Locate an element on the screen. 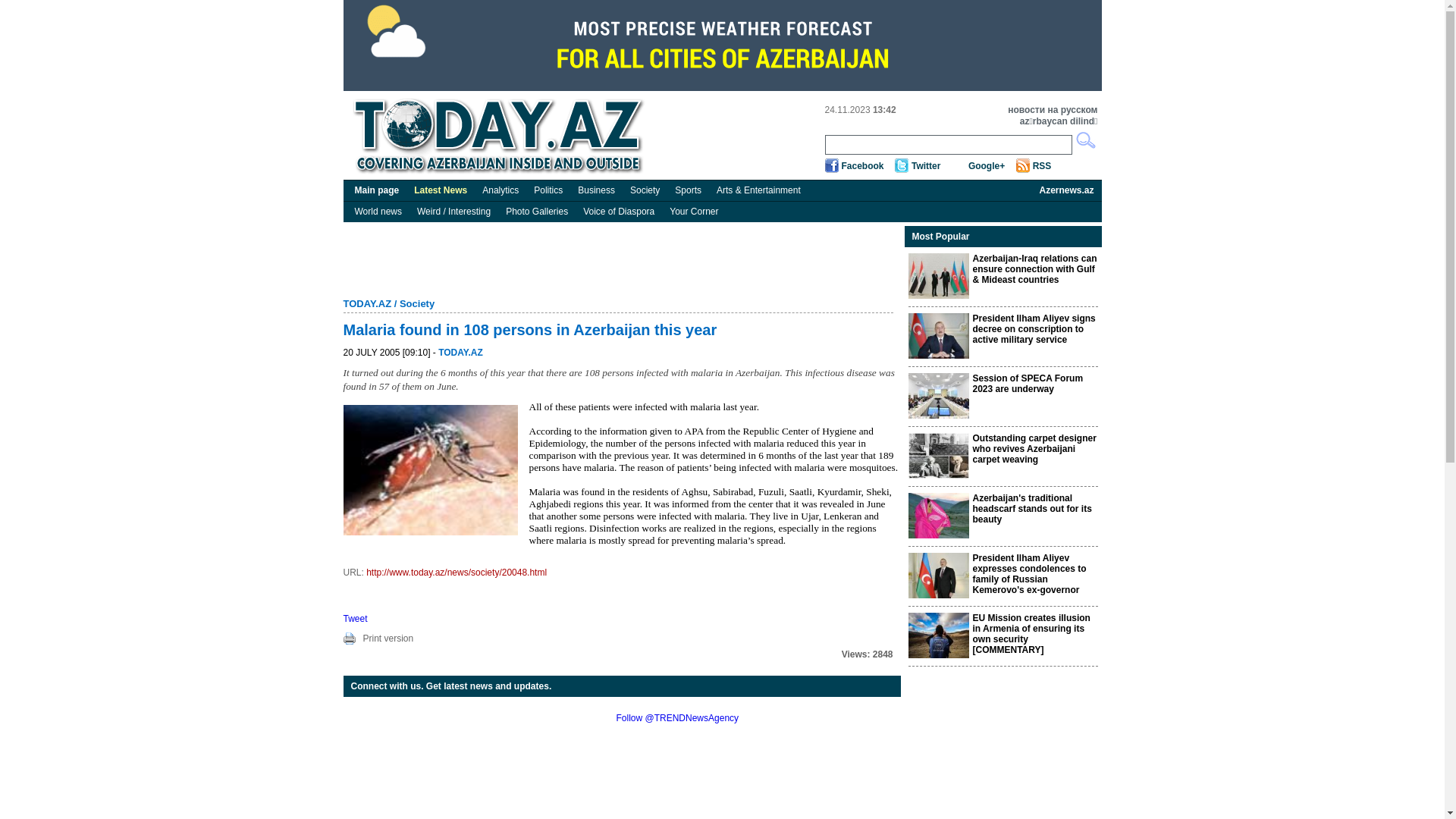 The height and width of the screenshot is (819, 1456). 'Photo Galleries' is located at coordinates (537, 211).